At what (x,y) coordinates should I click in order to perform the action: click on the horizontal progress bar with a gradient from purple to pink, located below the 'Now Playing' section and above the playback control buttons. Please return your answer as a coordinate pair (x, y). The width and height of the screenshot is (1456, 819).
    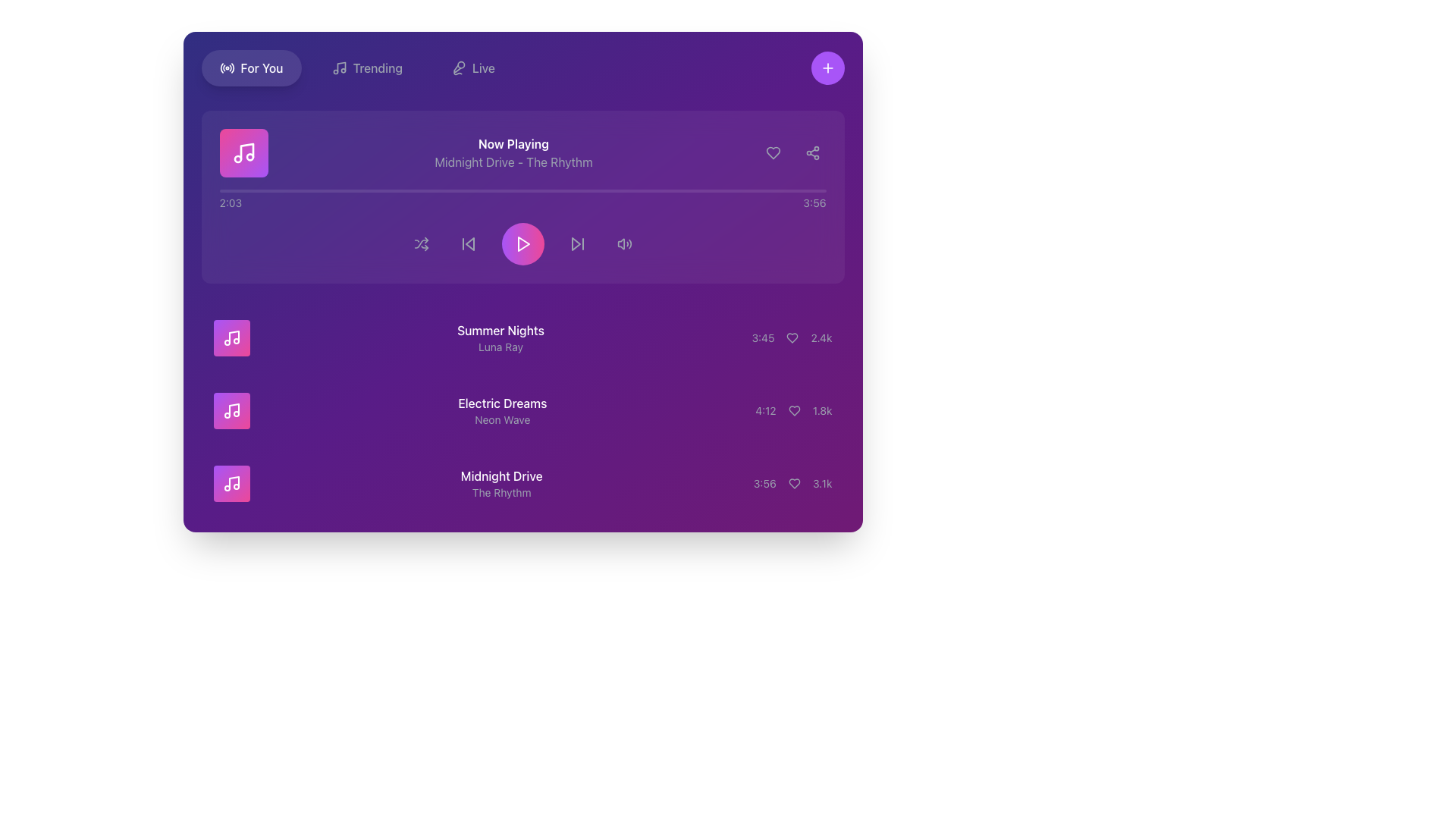
    Looking at the image, I should click on (522, 190).